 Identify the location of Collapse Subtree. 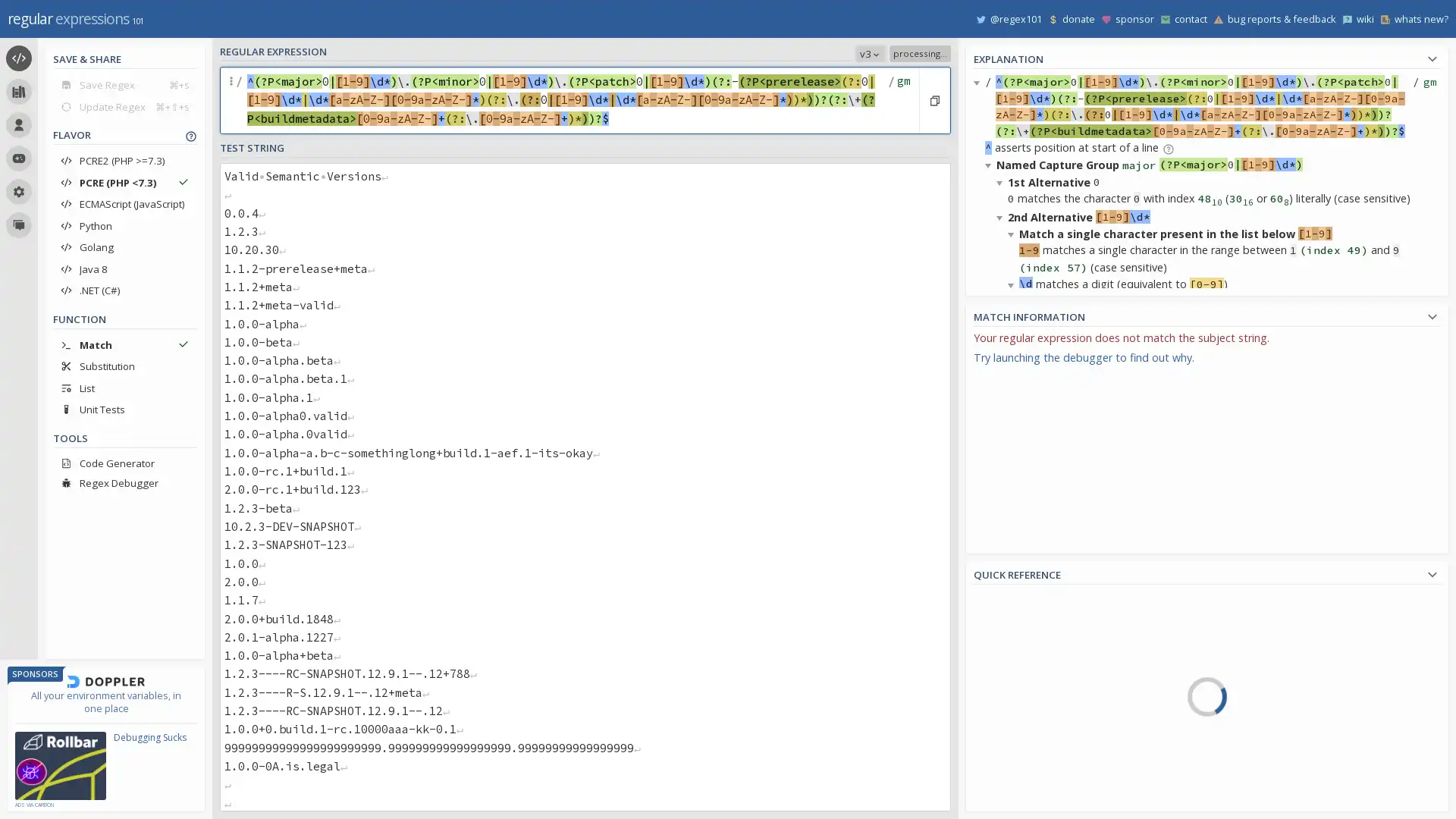
(990, 353).